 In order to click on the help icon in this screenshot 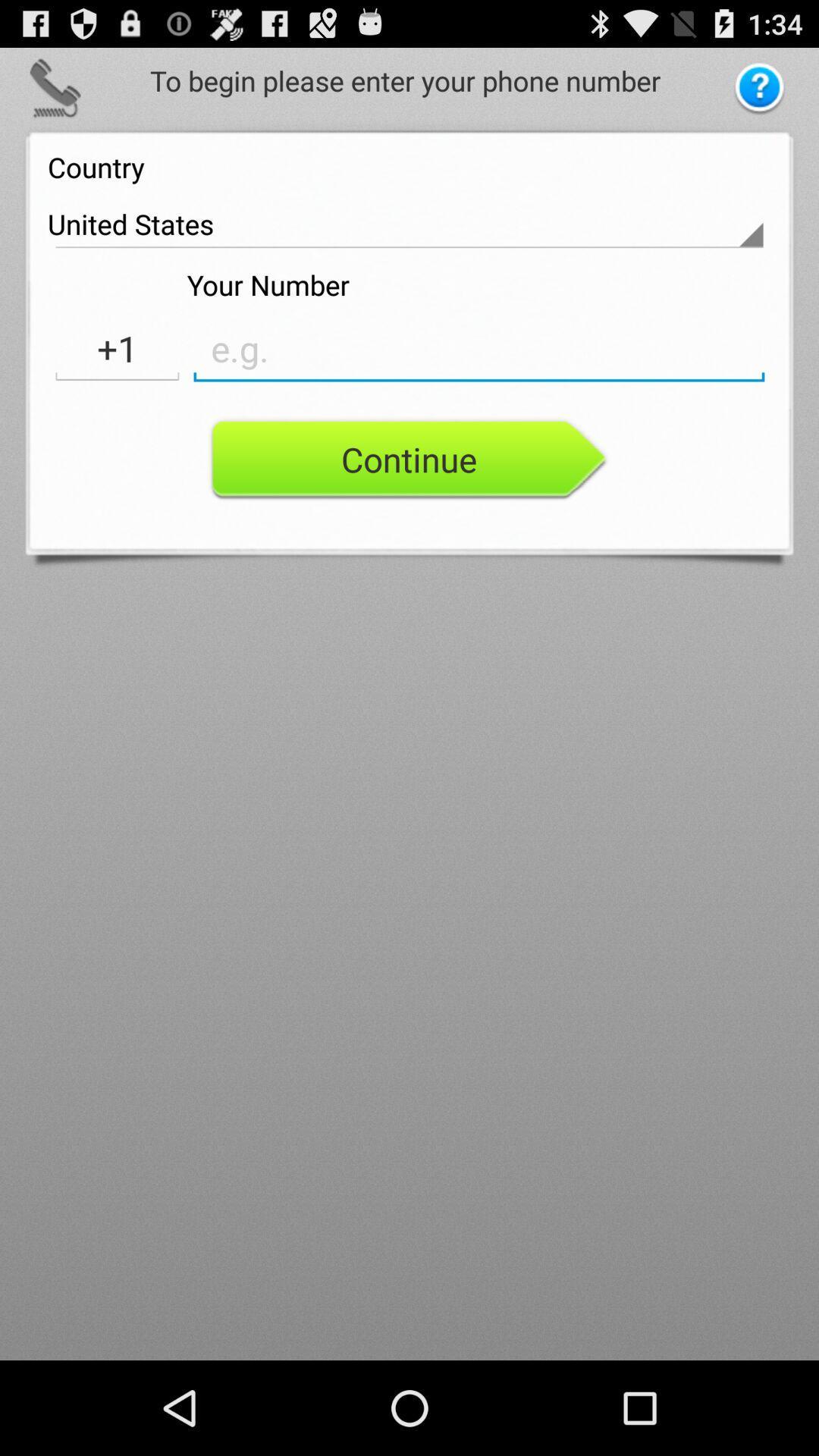, I will do `click(759, 94)`.